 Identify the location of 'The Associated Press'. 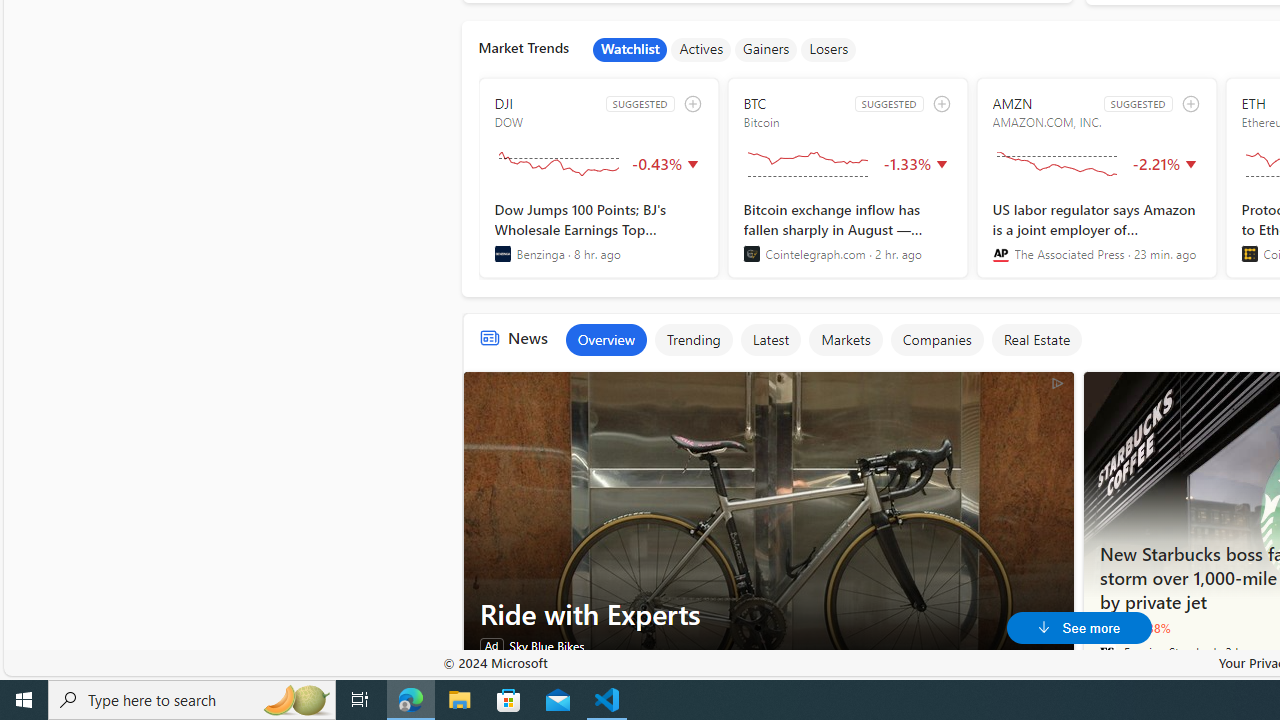
(1000, 253).